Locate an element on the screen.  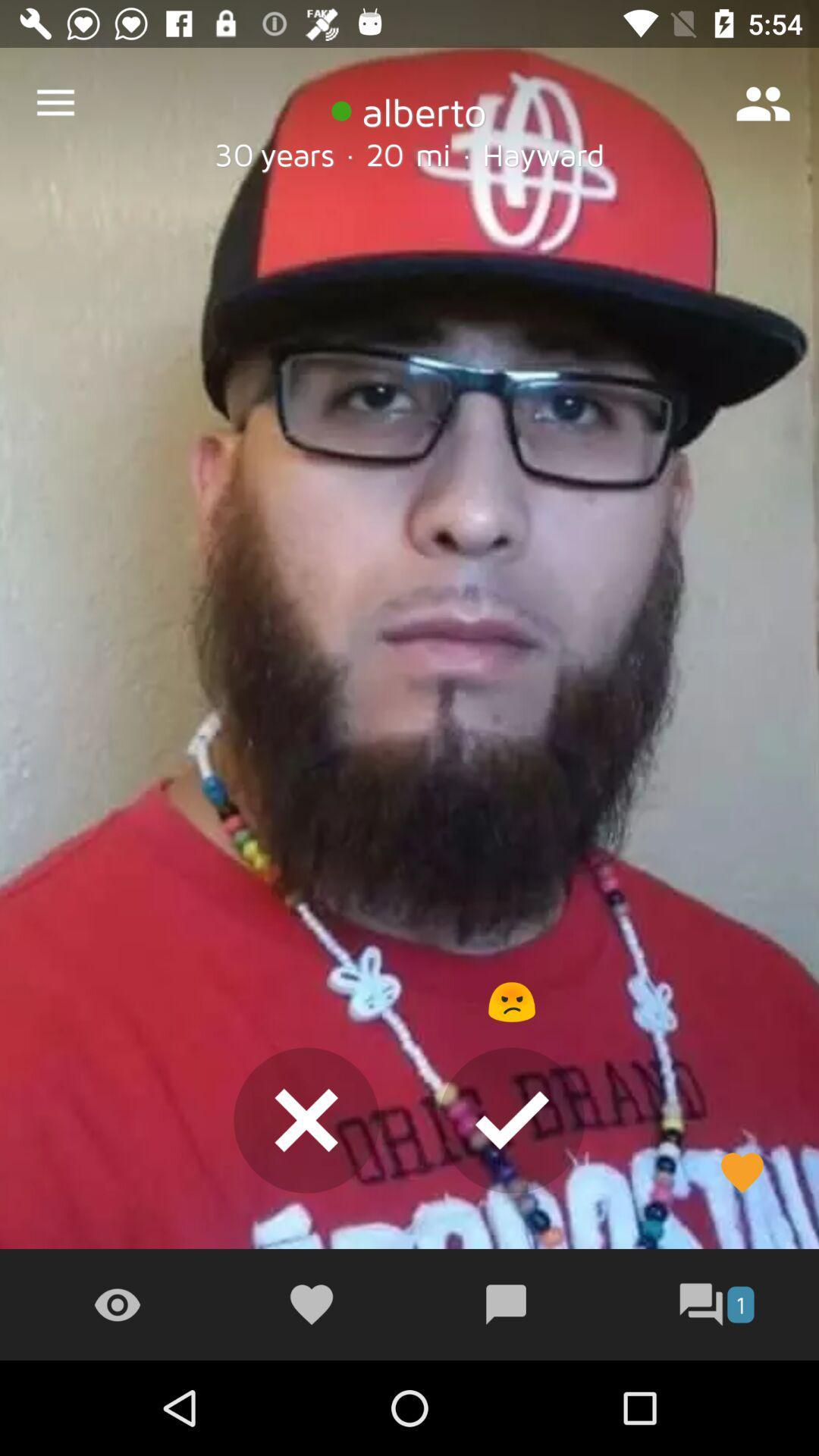
the heart symbol is located at coordinates (742, 1172).